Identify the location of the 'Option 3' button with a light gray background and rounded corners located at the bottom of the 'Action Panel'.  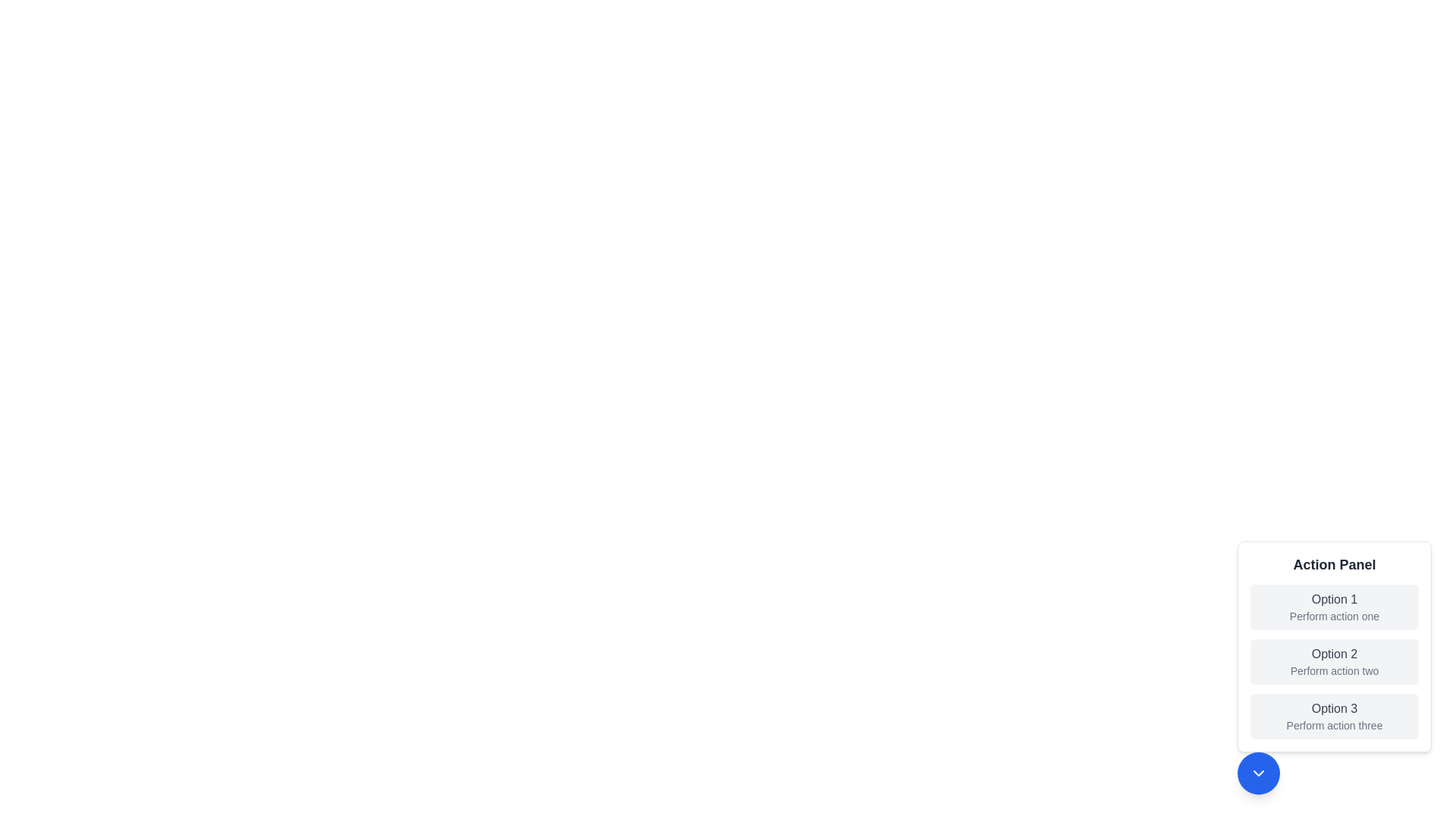
(1335, 717).